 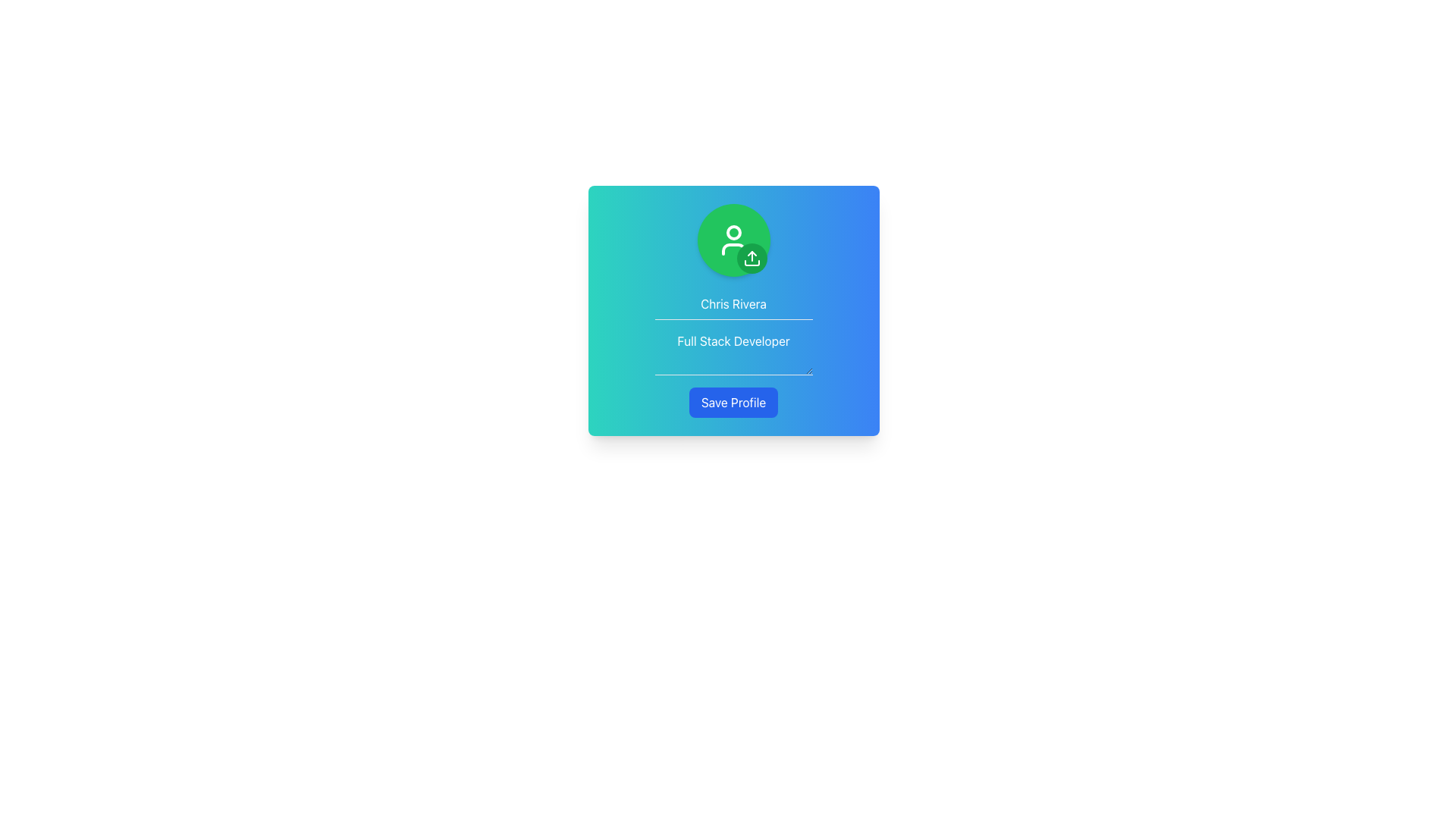 I want to click on the upload icon of the Profile Picture Element, which is located above the text 'Chris Rivera', to initiate picture upload, so click(x=733, y=239).